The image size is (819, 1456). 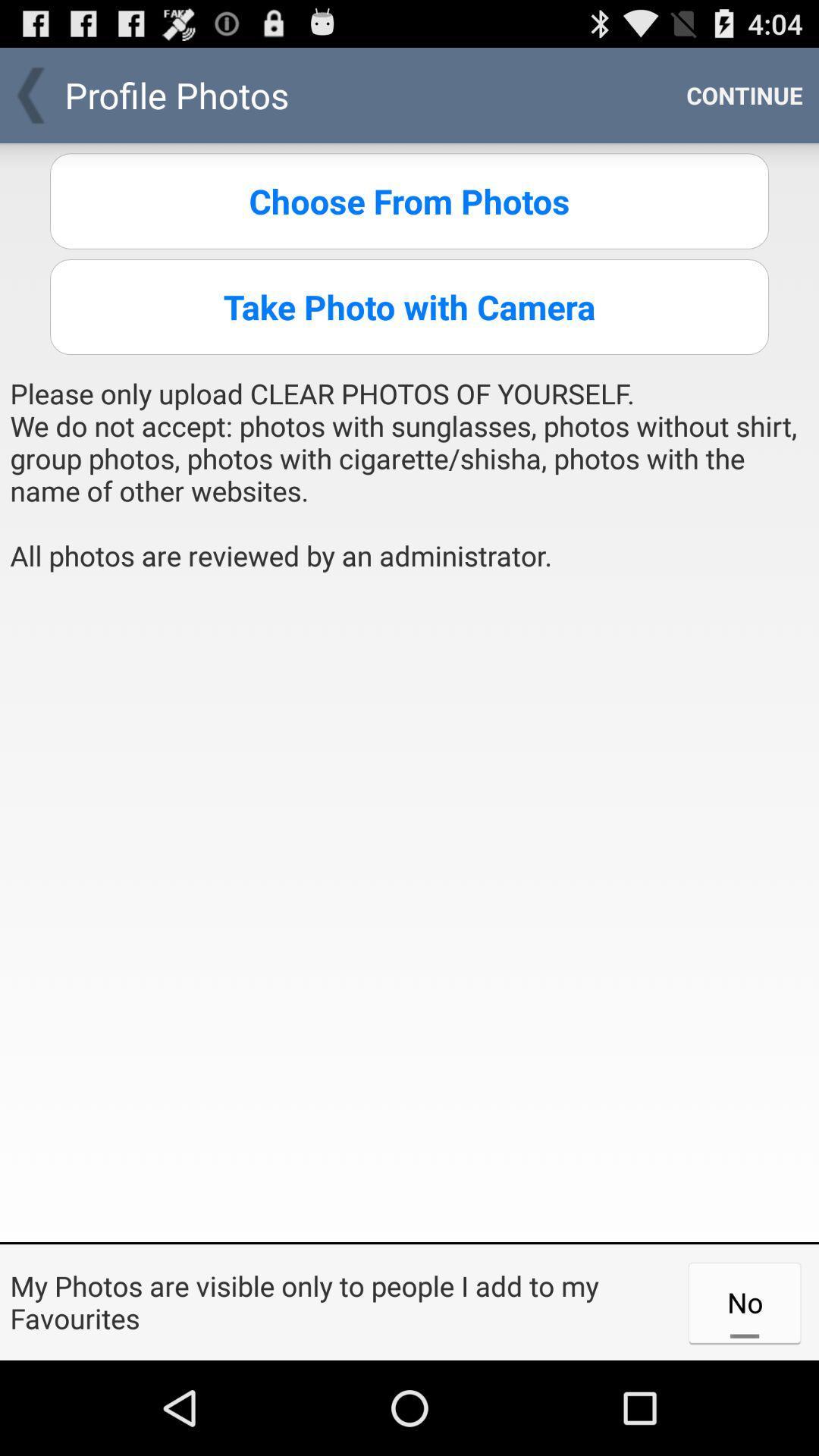 I want to click on the icon above the take photo with button, so click(x=409, y=200).